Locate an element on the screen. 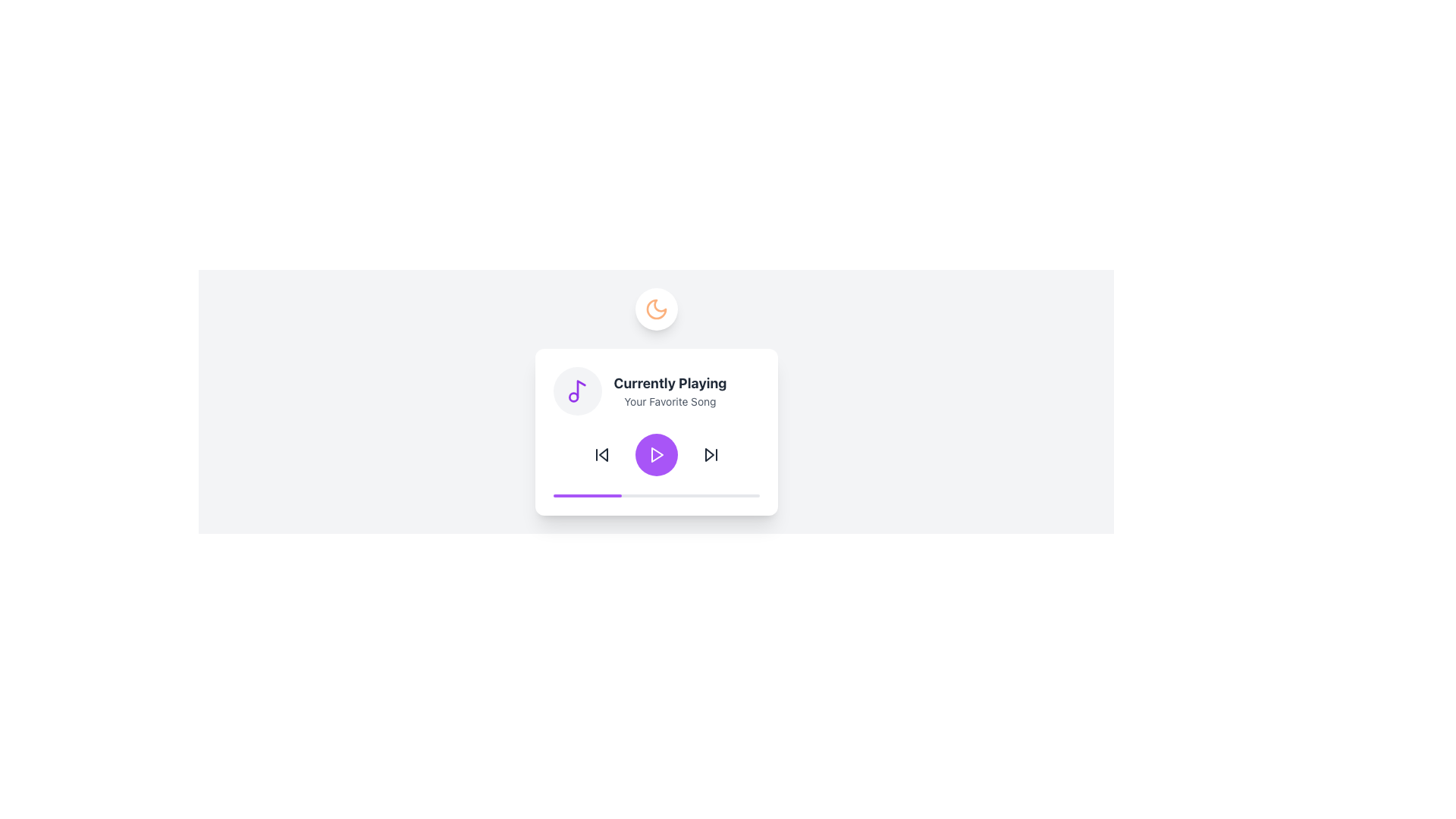  the circular button with a filled purple background and a white triangular play icon, which is the middle button in a group of three buttons at the bottom of the music playing interface is located at coordinates (656, 454).